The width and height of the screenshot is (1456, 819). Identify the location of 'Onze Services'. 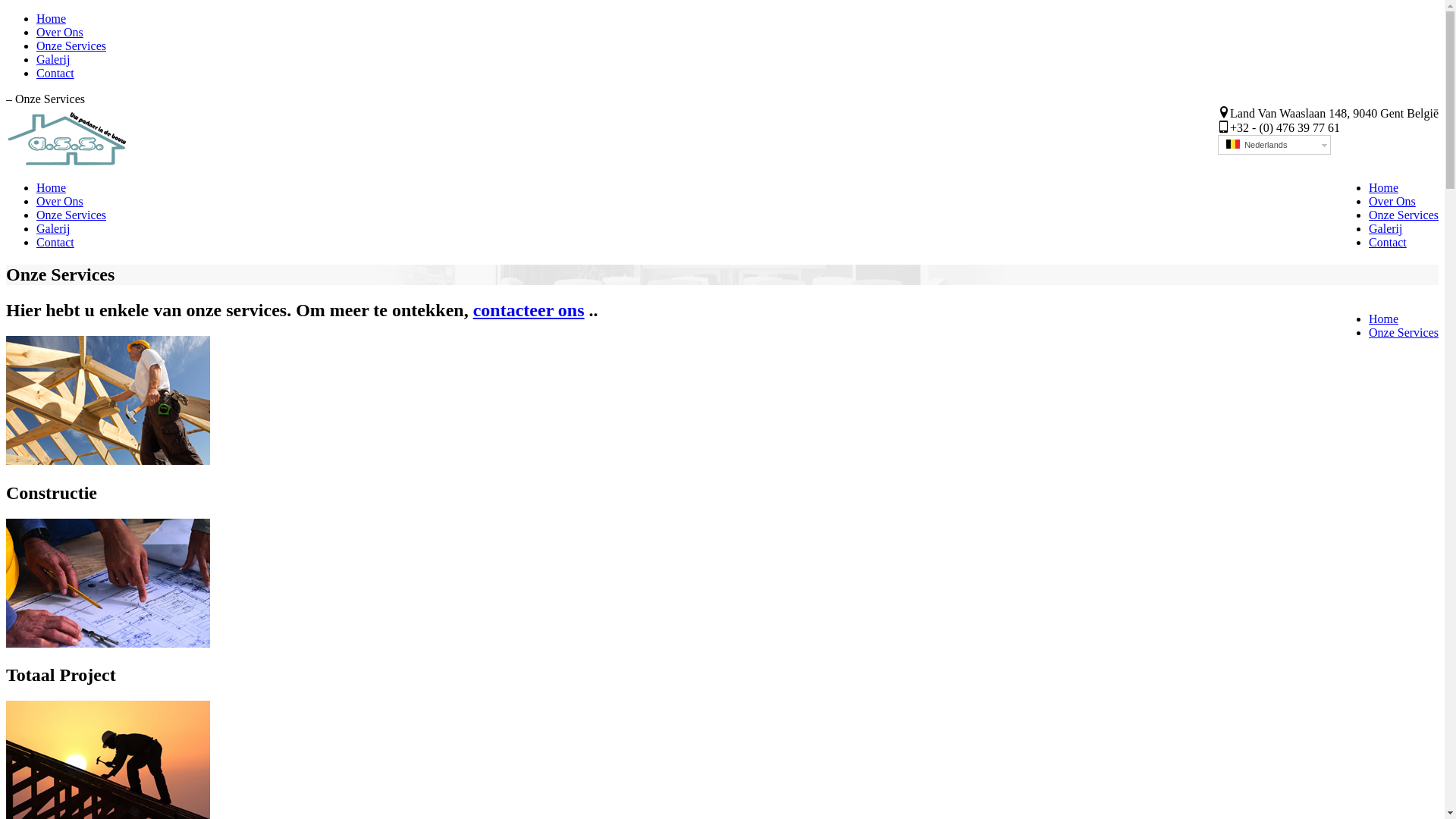
(71, 45).